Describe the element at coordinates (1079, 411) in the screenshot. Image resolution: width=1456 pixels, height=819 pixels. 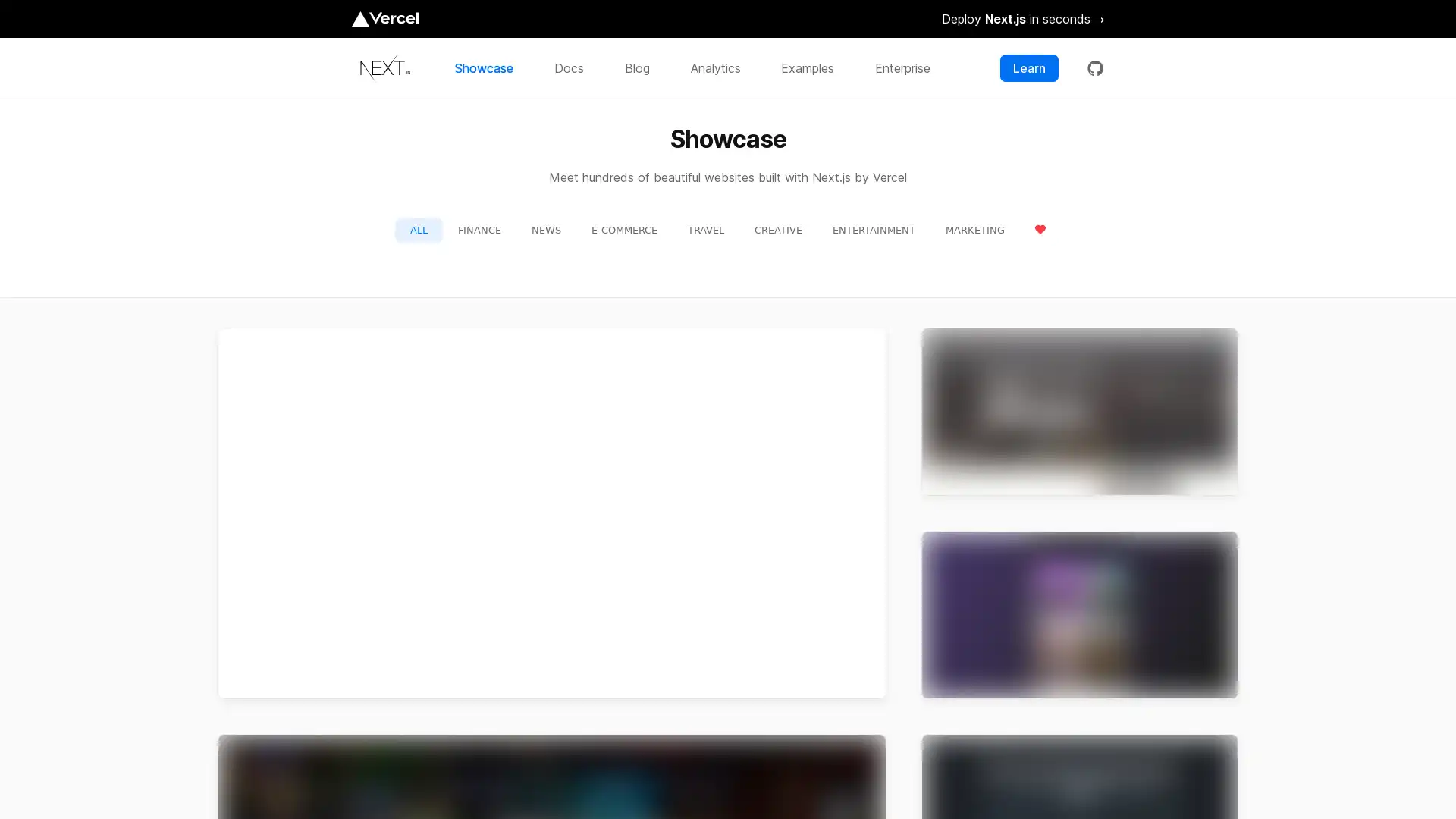
I see `preview for Netflix Jobs Netflix Jobs https://jobs.netflix.com` at that location.